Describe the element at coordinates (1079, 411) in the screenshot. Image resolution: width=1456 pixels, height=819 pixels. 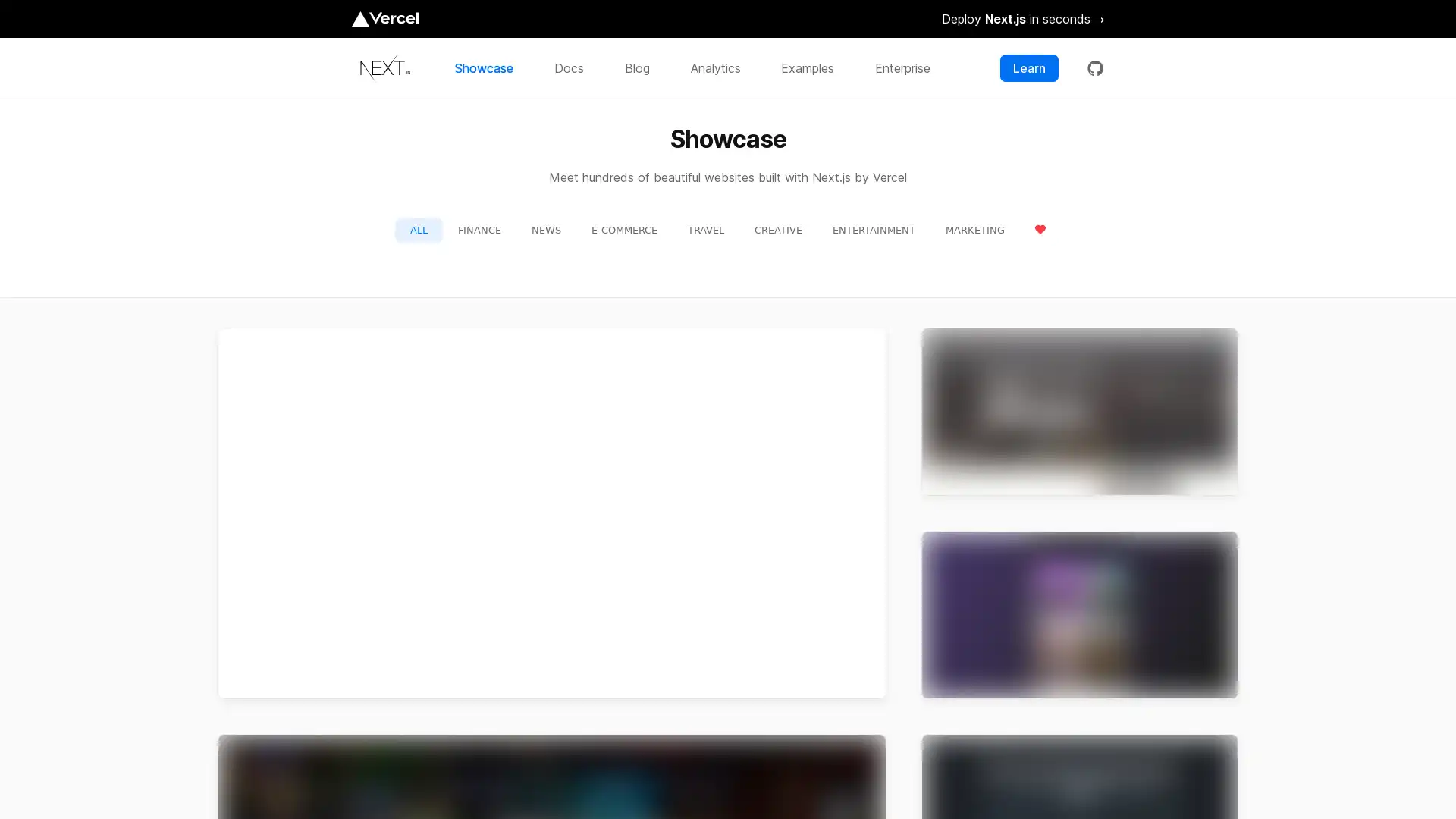
I see `preview for Netflix Jobs Netflix Jobs https://jobs.netflix.com` at that location.